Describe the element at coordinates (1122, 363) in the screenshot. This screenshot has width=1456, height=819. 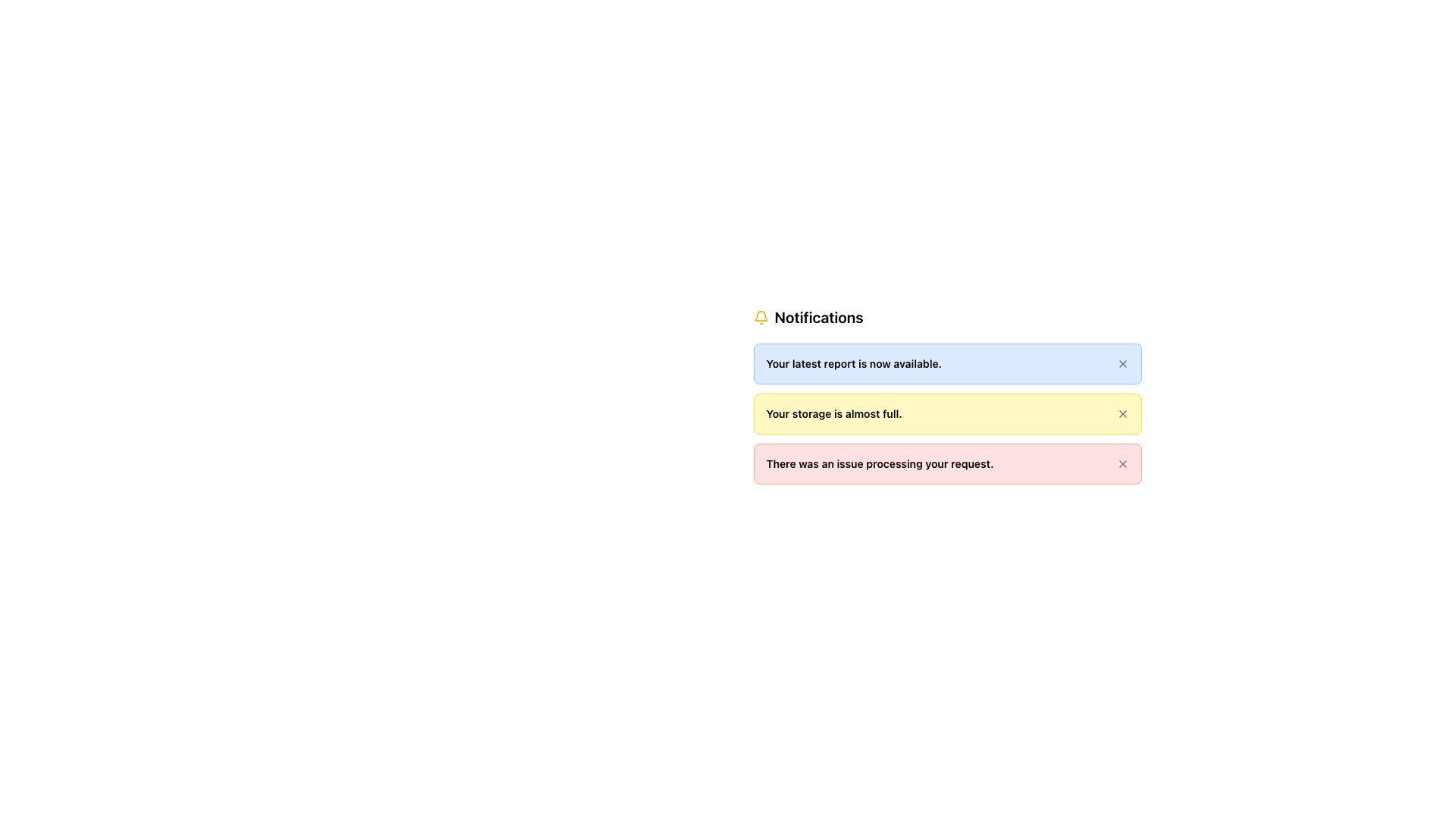
I see `the small 'X' icon button located at the top-right corner of the blue notification box that contains the message 'Your latest report is now available.'` at that location.